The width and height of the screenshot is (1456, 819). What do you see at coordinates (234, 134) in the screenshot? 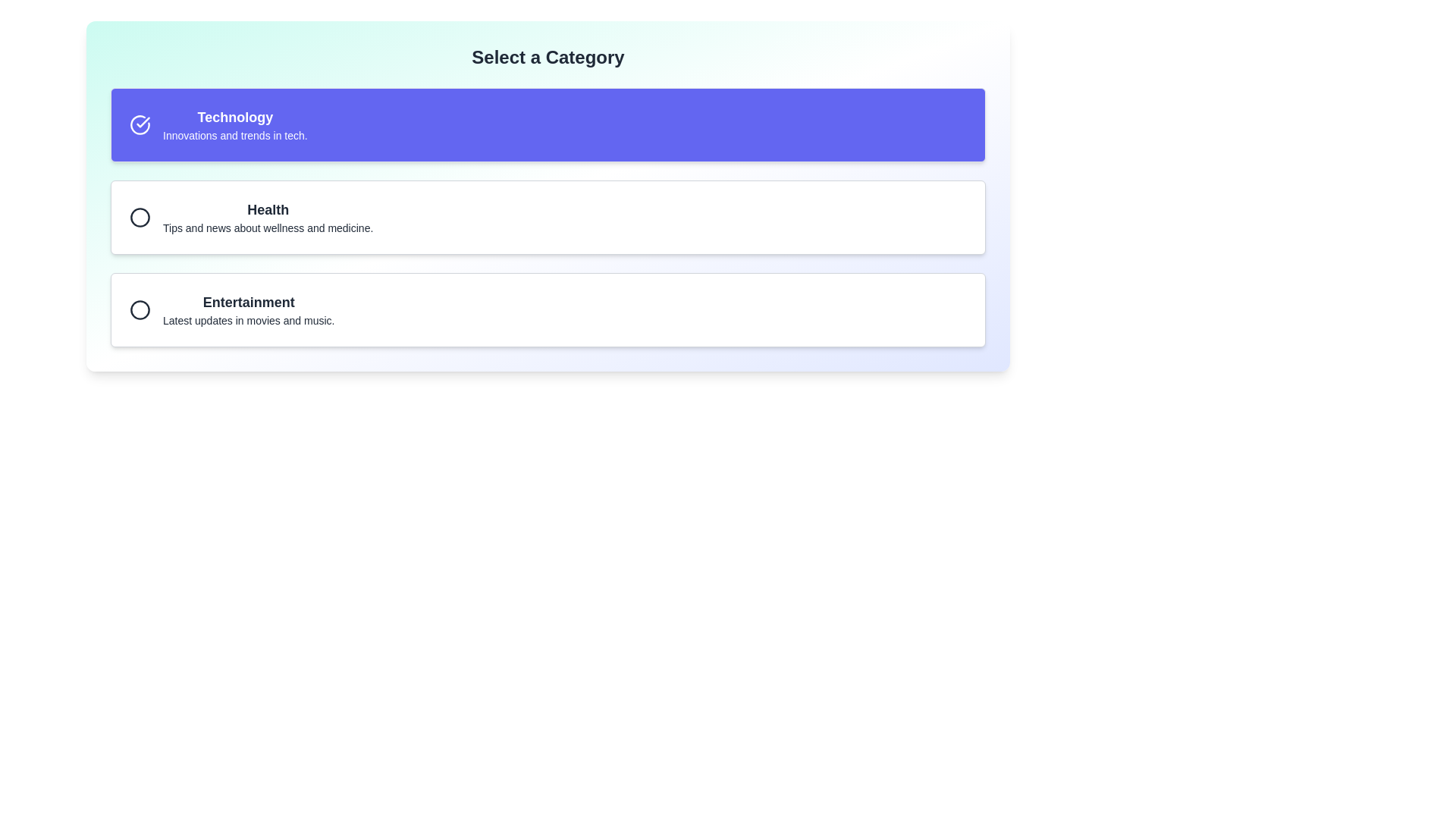
I see `the static text element that provides additional context about the 'Technology' category, located directly below the bold 'Technology' text` at bounding box center [234, 134].